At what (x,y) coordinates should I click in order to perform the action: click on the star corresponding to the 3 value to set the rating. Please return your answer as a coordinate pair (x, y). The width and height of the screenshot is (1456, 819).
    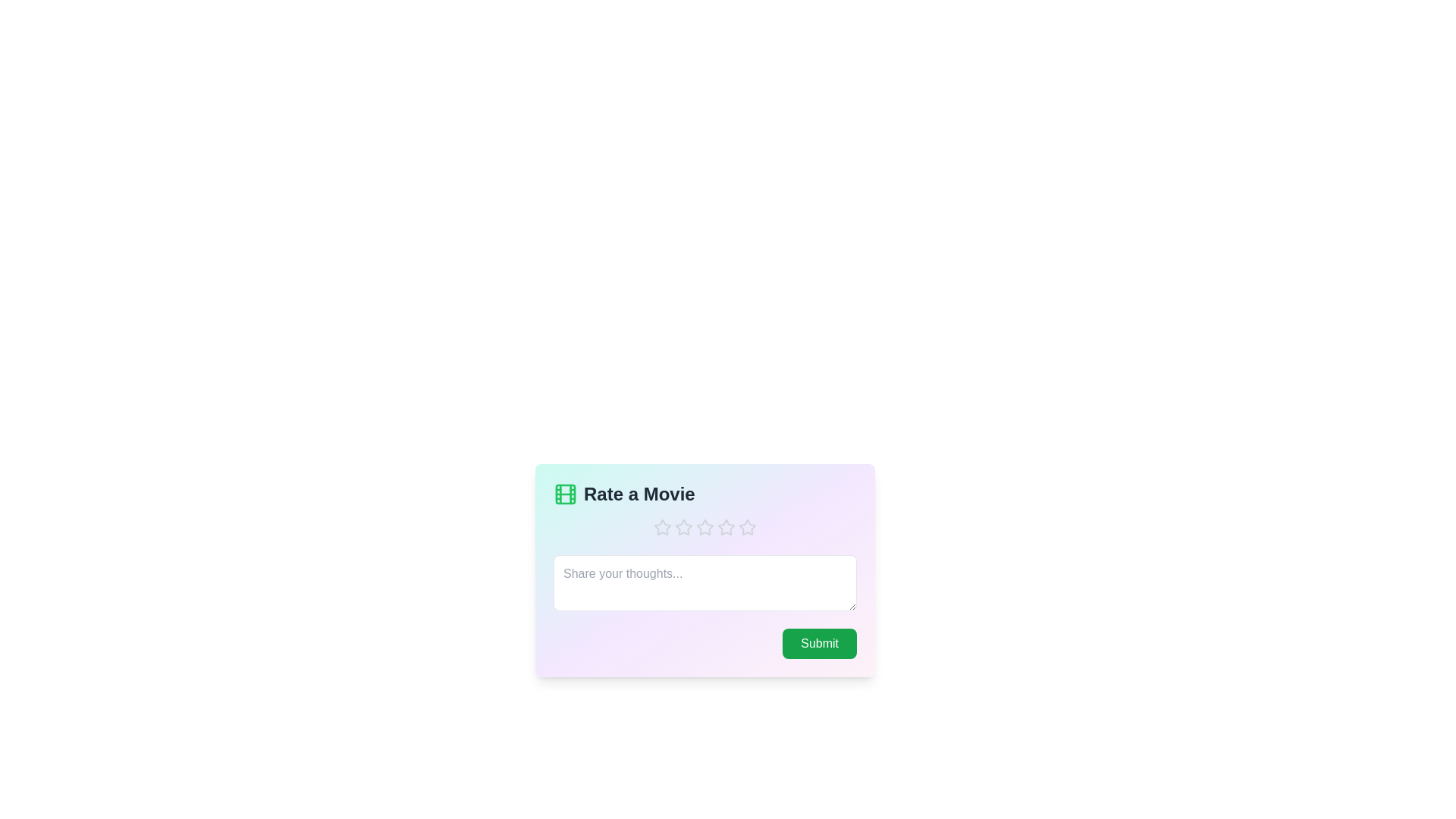
    Looking at the image, I should click on (704, 526).